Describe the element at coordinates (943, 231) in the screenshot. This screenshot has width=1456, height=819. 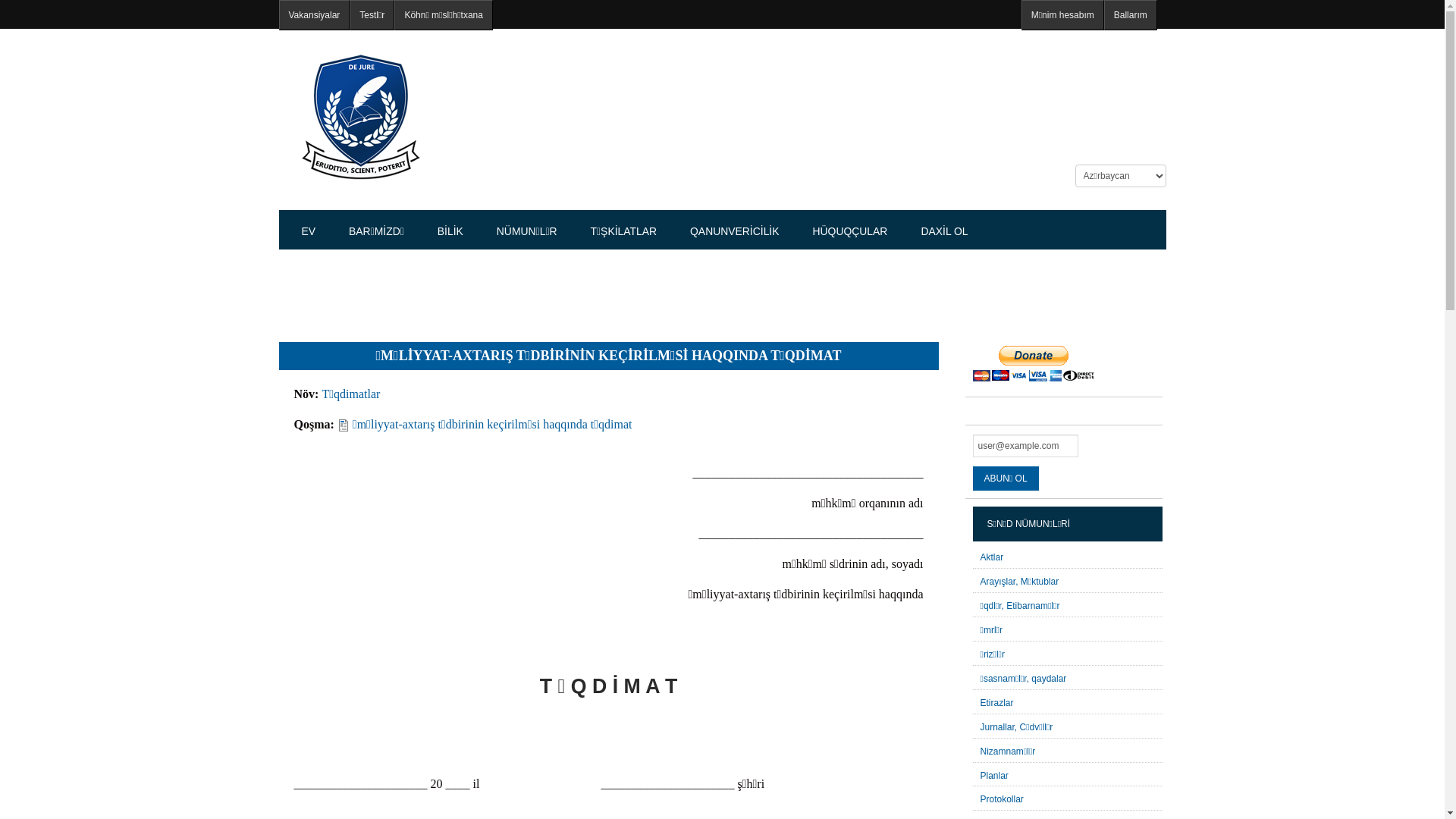
I see `'DAXIL OL'` at that location.